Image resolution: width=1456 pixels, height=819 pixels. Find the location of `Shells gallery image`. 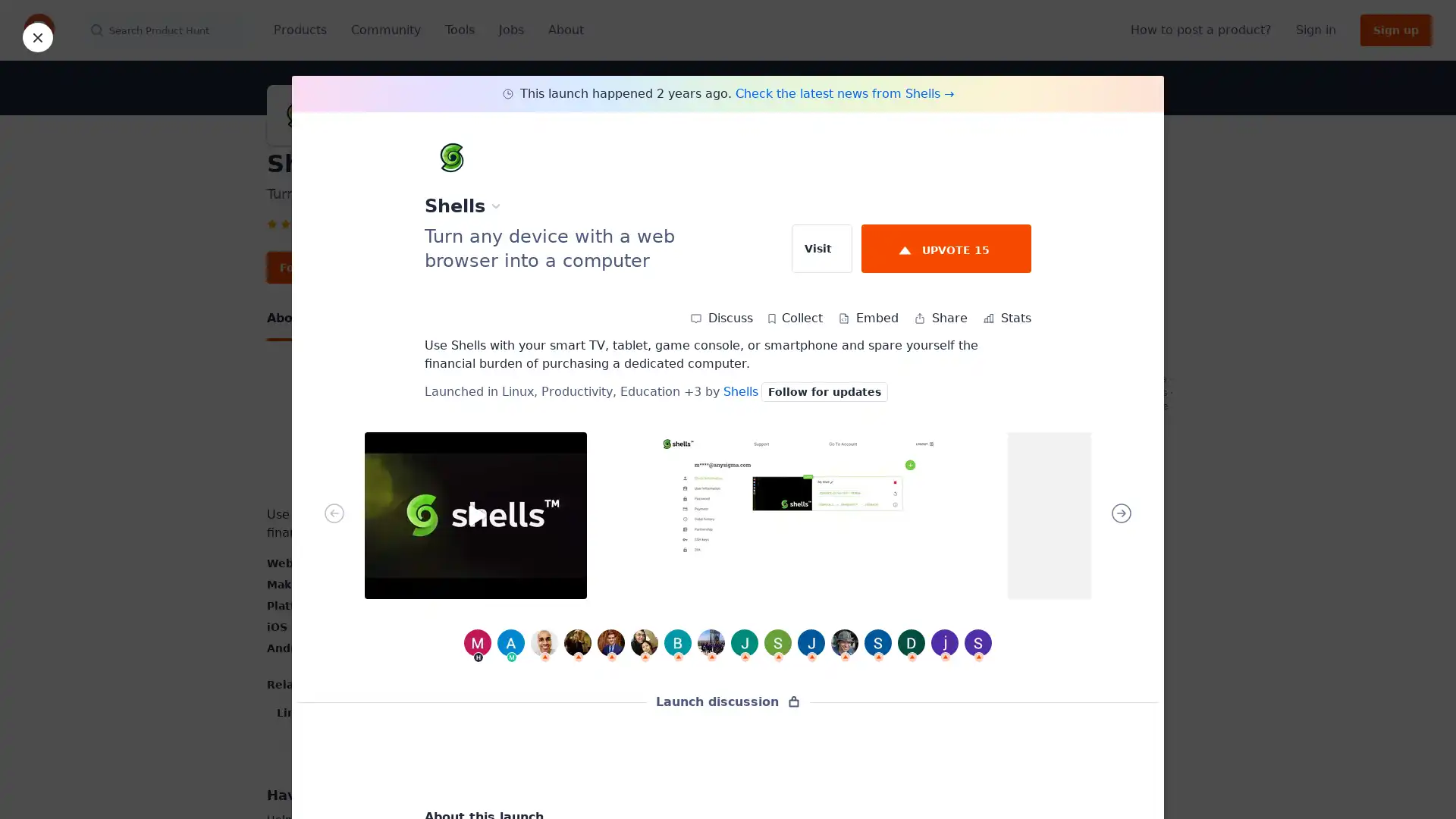

Shells gallery image is located at coordinates (475, 514).